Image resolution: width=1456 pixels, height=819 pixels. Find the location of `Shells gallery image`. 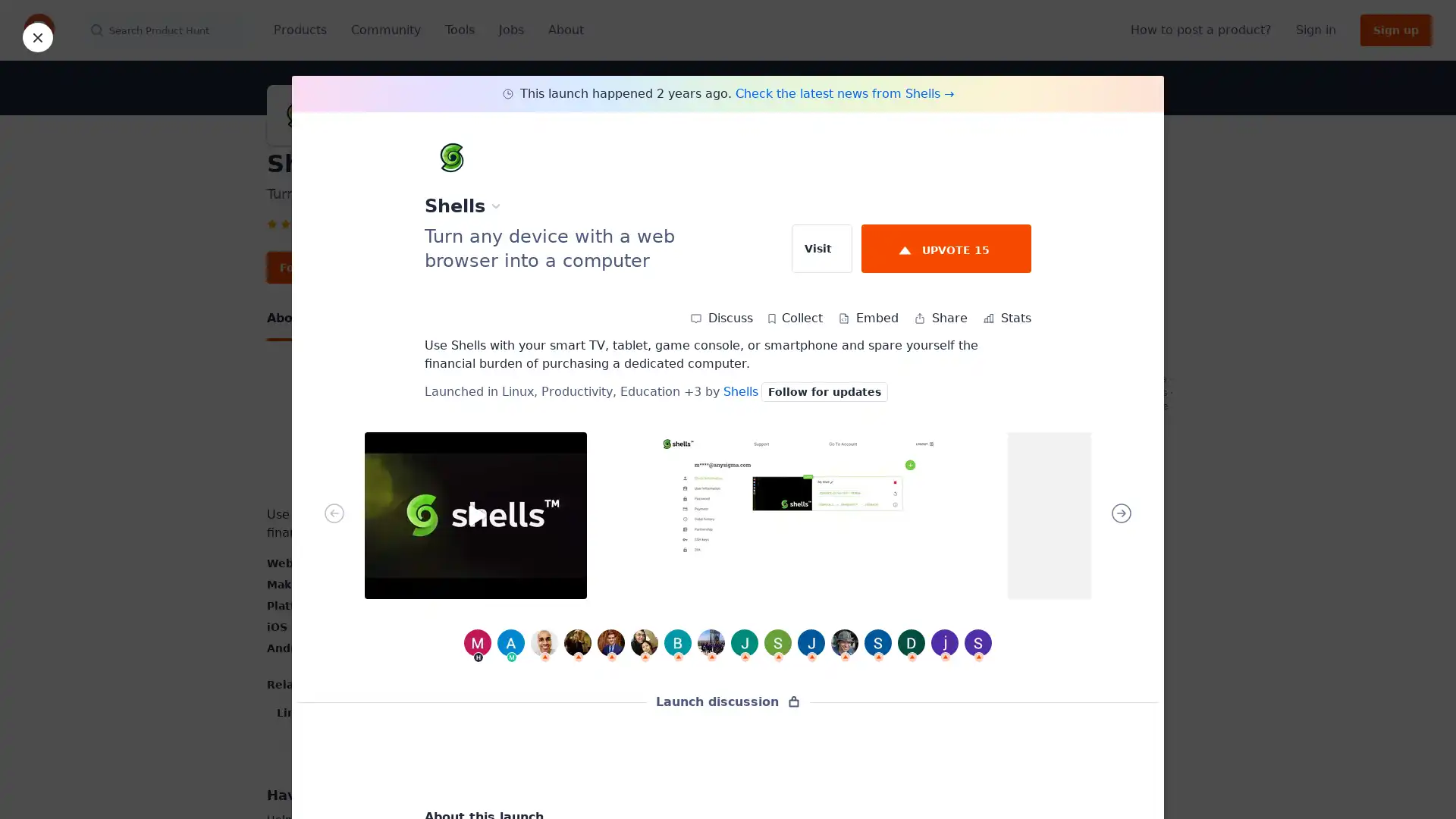

Shells gallery image is located at coordinates (475, 514).